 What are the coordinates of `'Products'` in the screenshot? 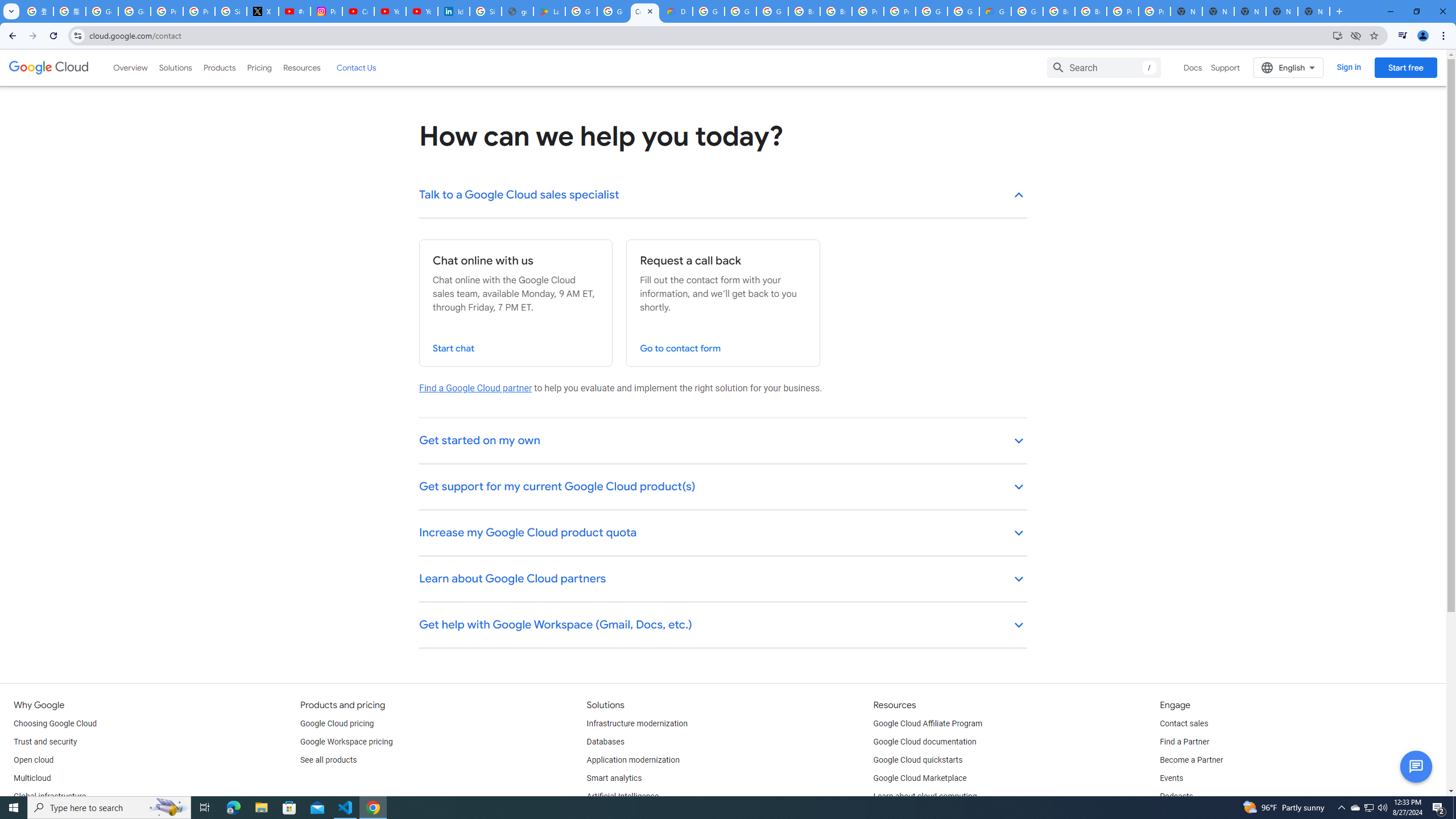 It's located at (218, 67).